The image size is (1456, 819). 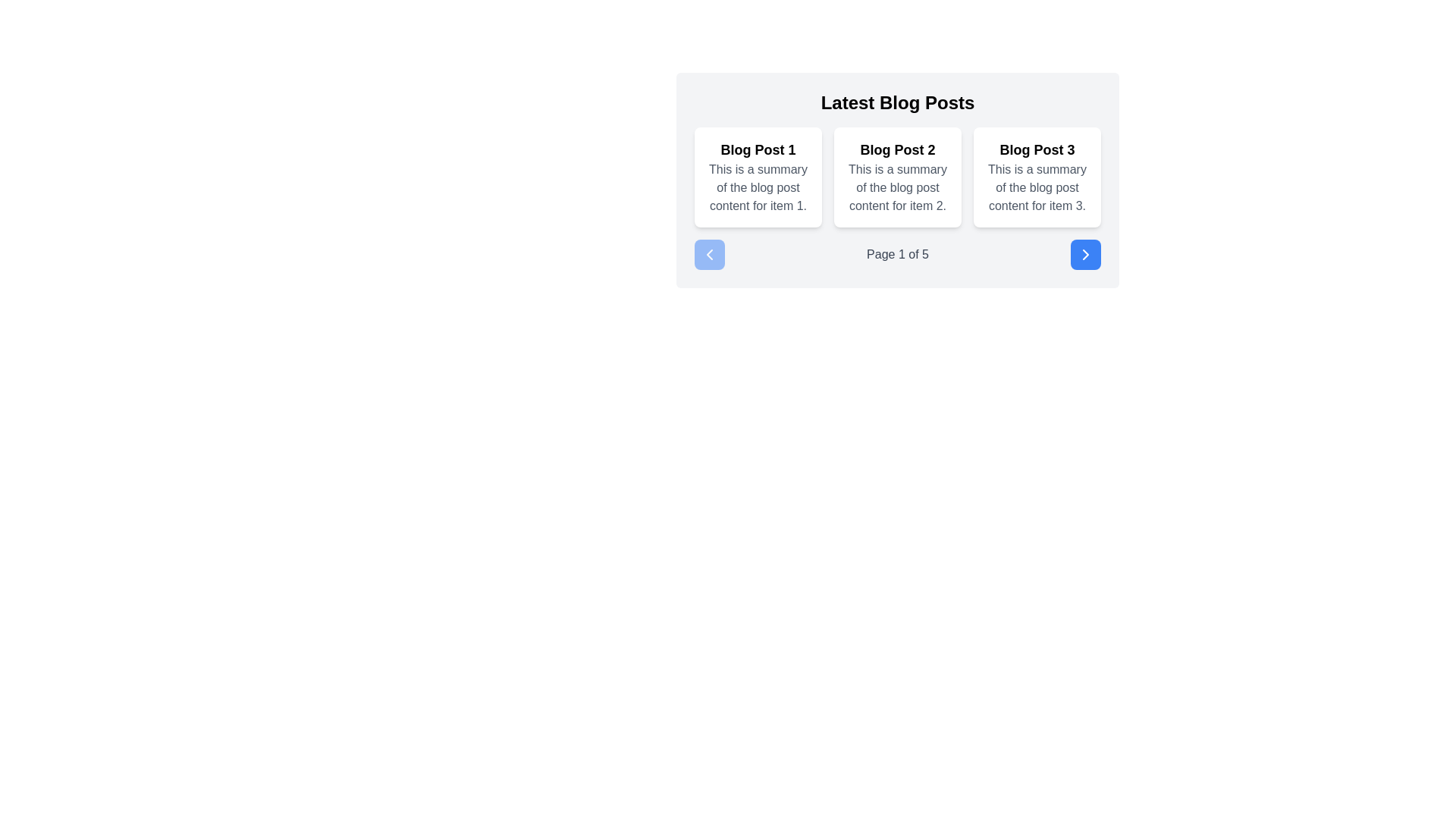 I want to click on heading text of the card titled 'Blog Post 3', located at the top of the third card in the 'Latest Blog Posts' section, so click(x=1037, y=149).